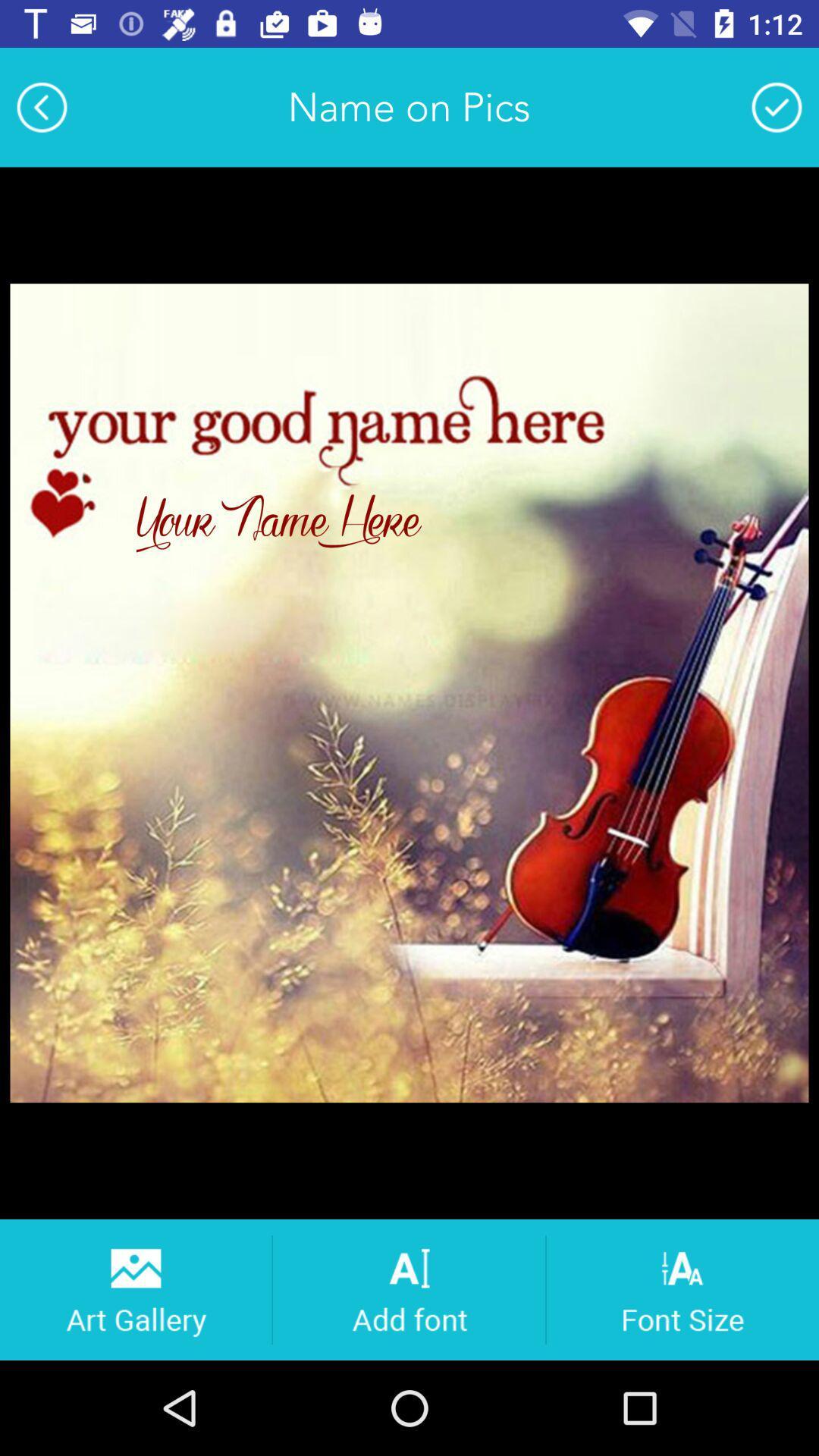 The width and height of the screenshot is (819, 1456). Describe the element at coordinates (777, 106) in the screenshot. I see `name on pics` at that location.